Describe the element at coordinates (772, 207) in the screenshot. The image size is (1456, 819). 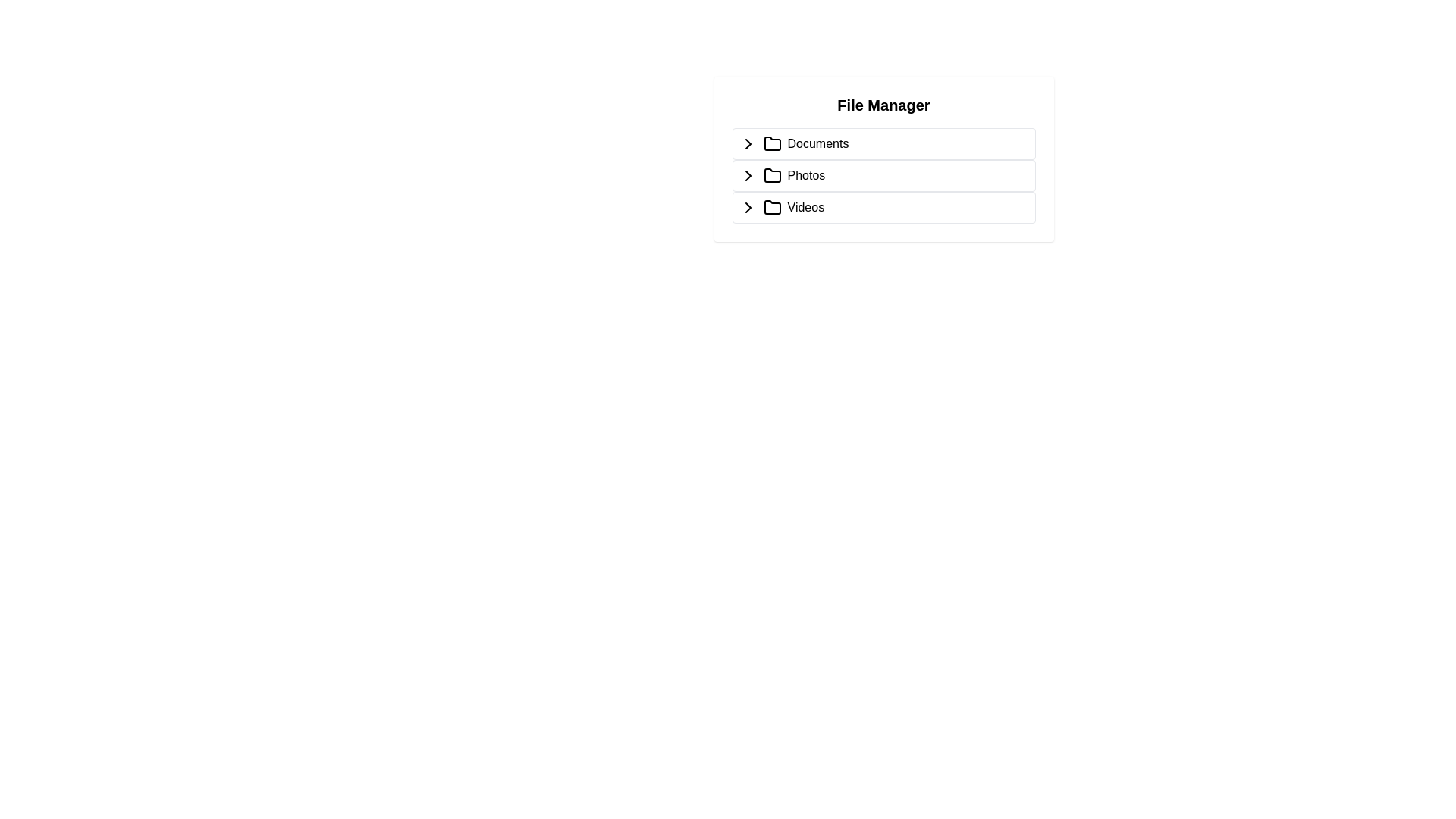
I see `the folder icon located to the left of the 'Videos' label in the third row of the hierarchical navigation list` at that location.